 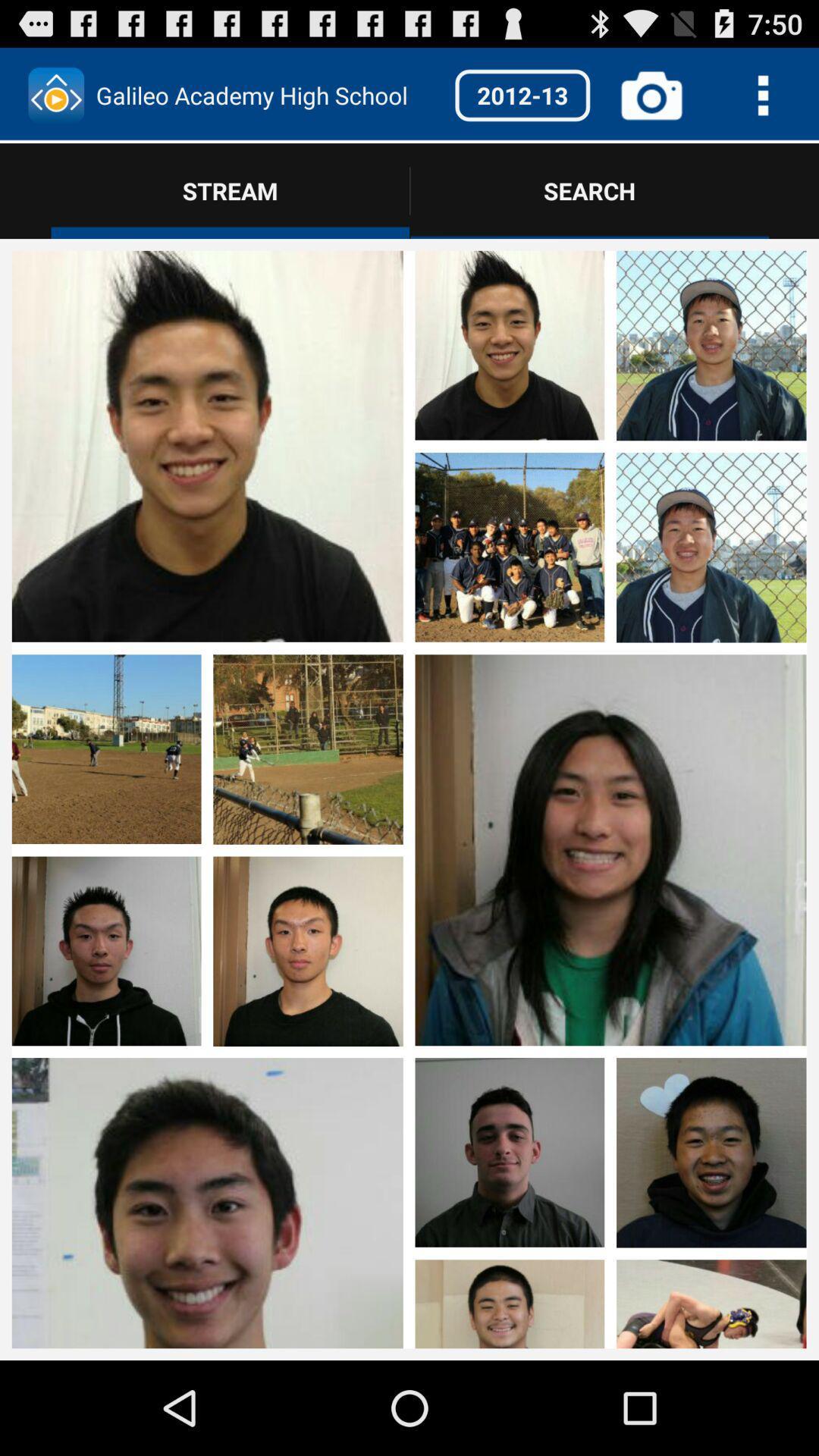 What do you see at coordinates (510, 750) in the screenshot?
I see `image area` at bounding box center [510, 750].